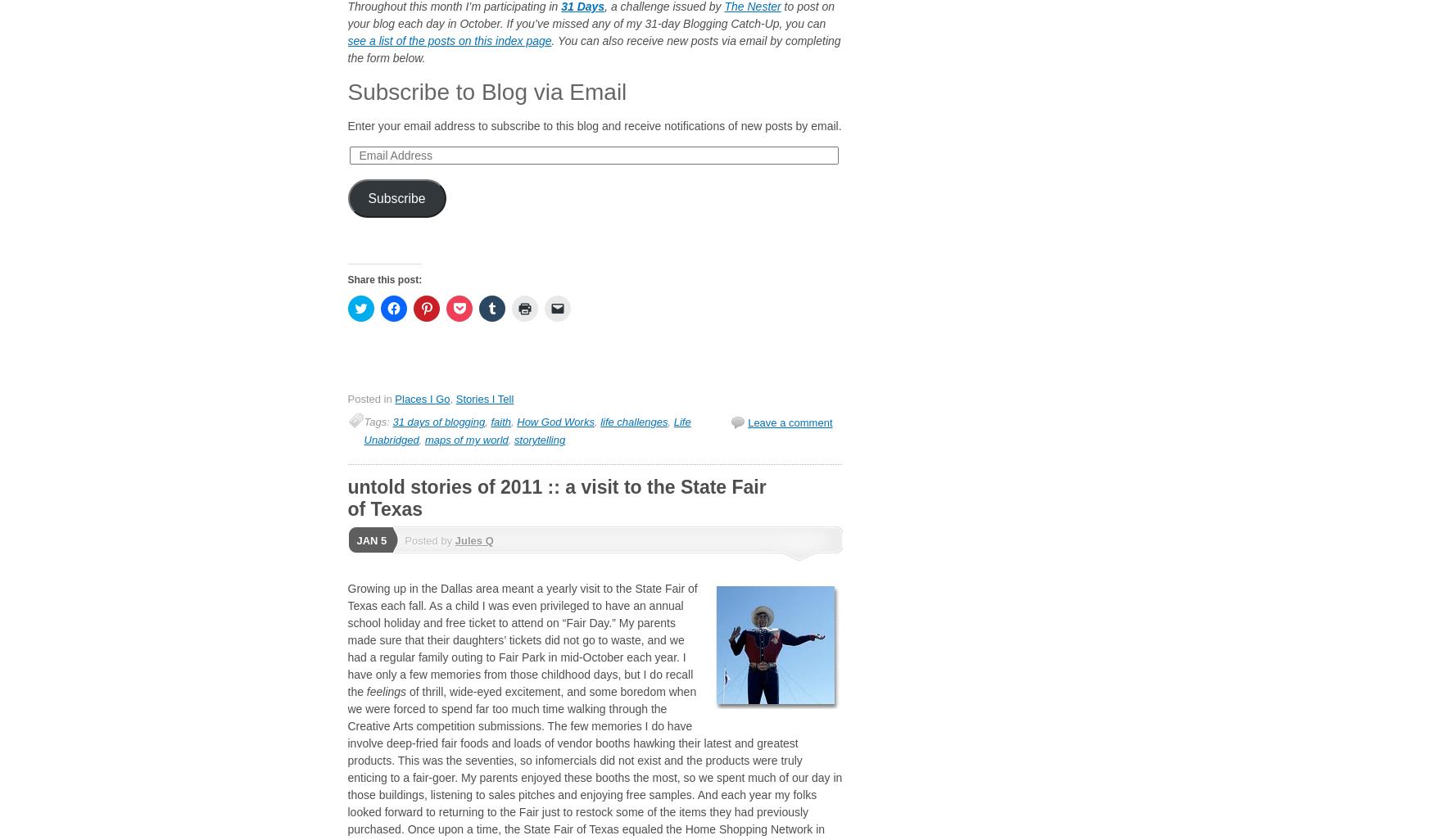 This screenshot has height=840, width=1444. I want to click on '31 Days', so click(582, 7).